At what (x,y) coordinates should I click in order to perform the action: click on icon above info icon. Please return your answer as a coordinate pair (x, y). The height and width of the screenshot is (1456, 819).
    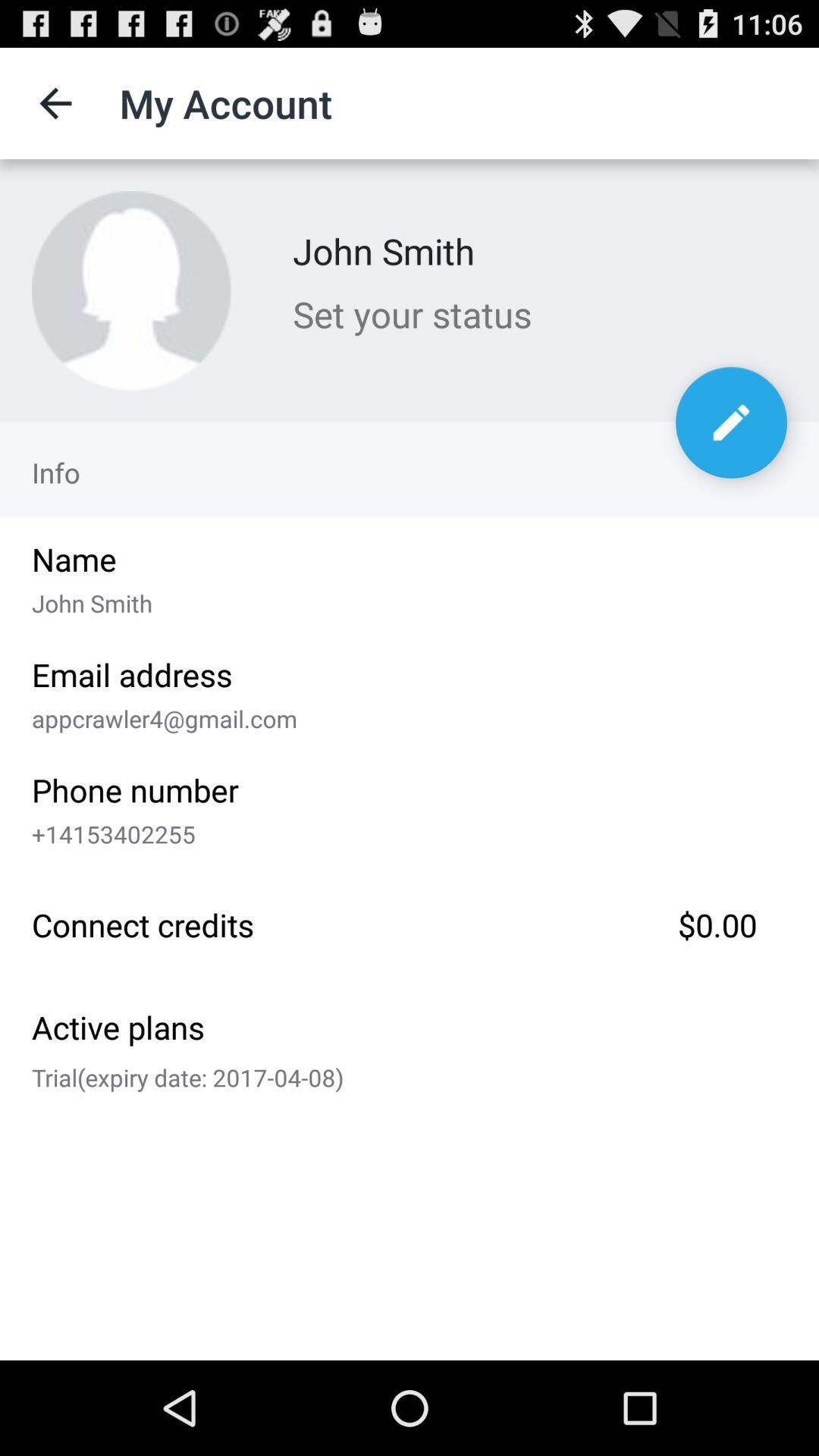
    Looking at the image, I should click on (130, 290).